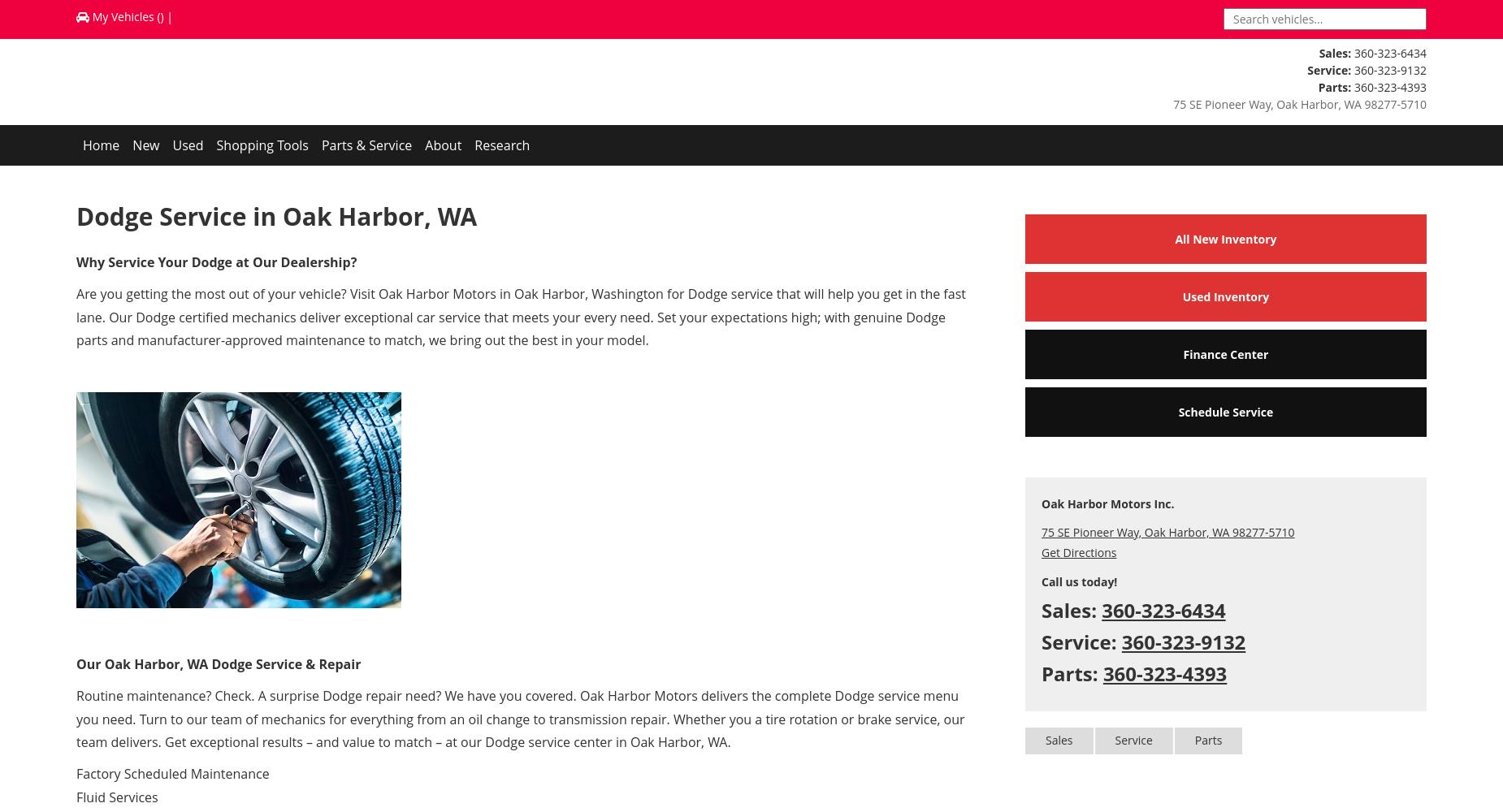  I want to click on 'Parts & Service', so click(366, 145).